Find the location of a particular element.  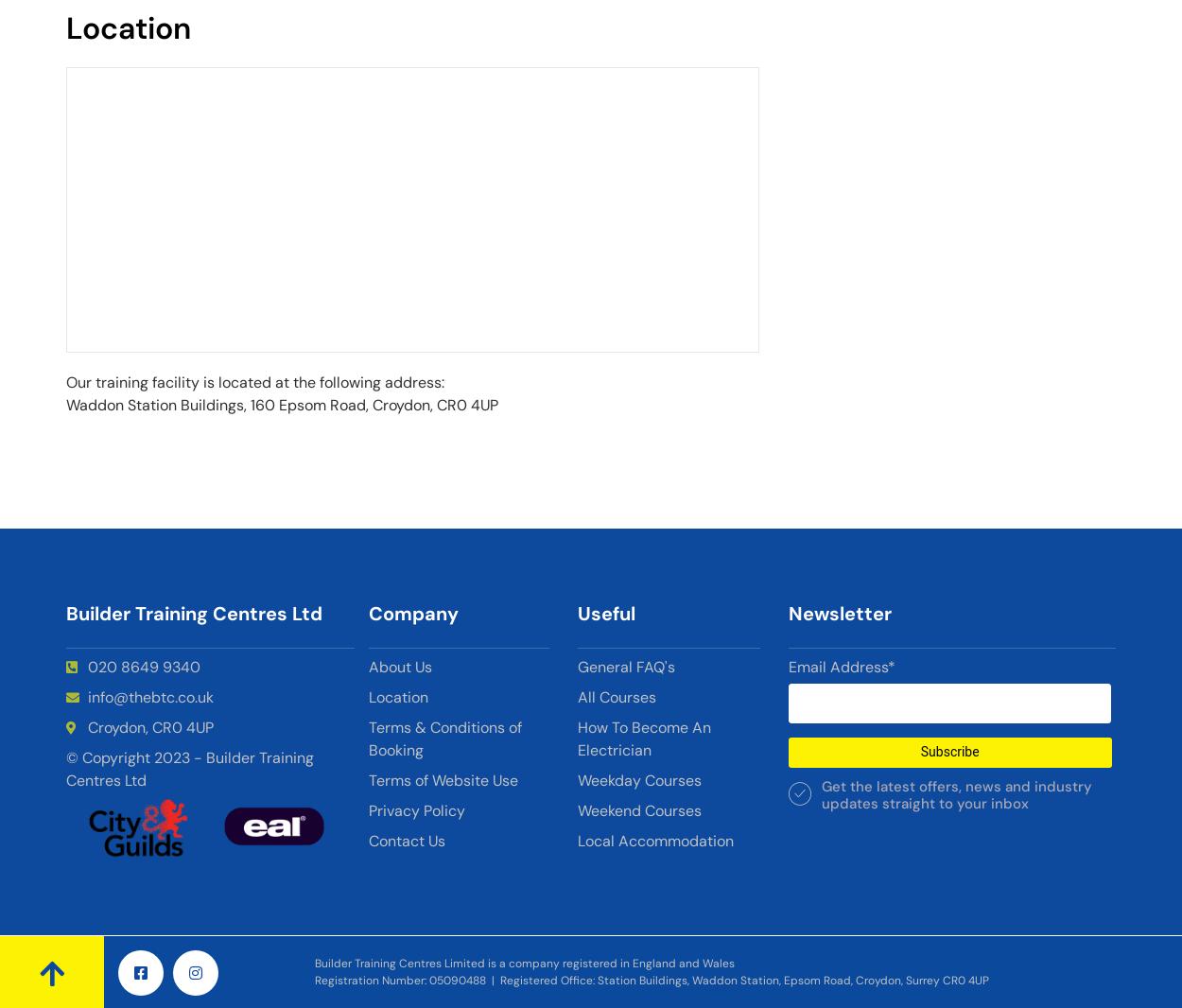

'rendering' is located at coordinates (525, 515).